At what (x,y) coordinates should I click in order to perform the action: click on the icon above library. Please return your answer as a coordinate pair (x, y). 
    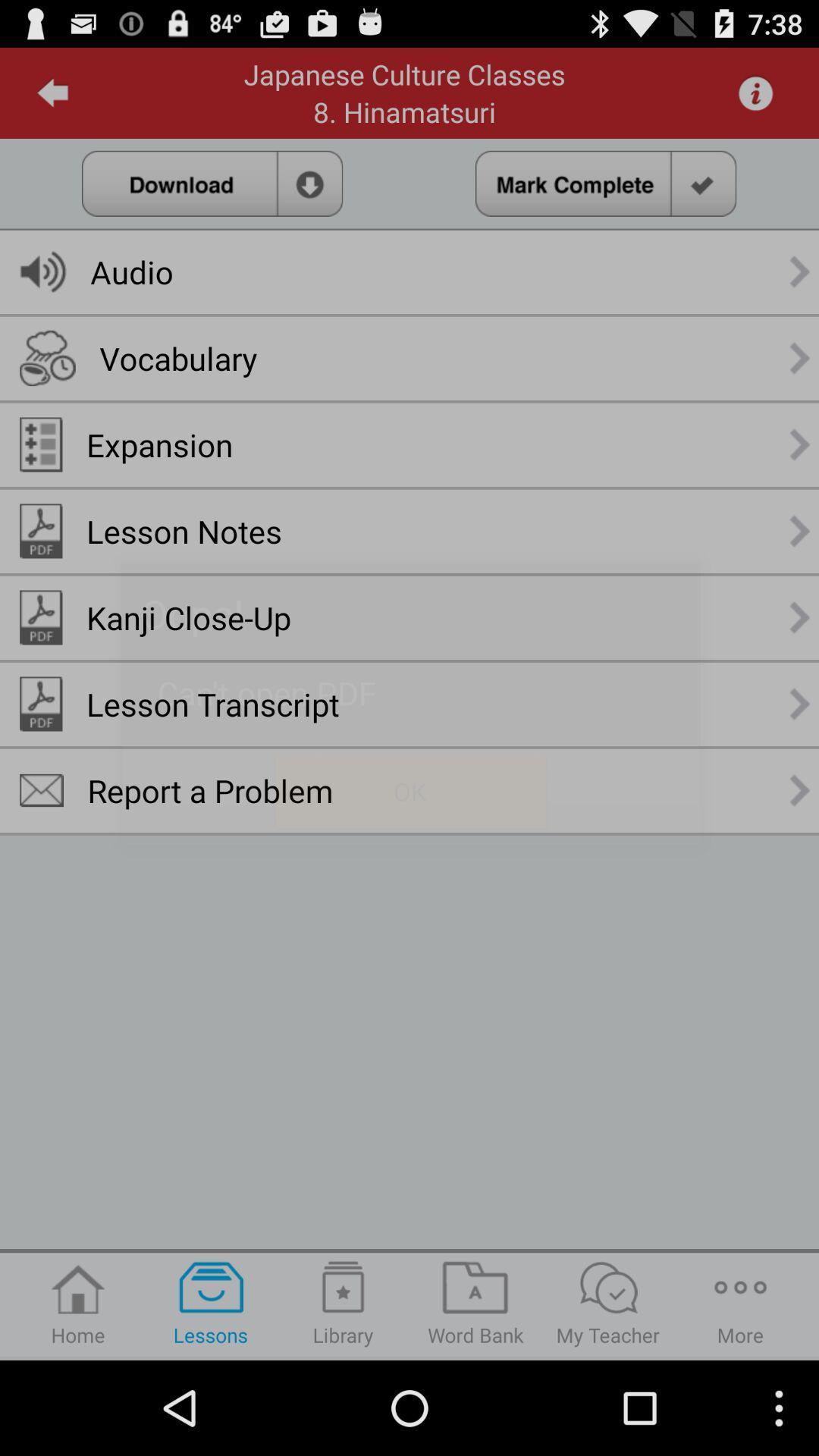
    Looking at the image, I should click on (343, 1287).